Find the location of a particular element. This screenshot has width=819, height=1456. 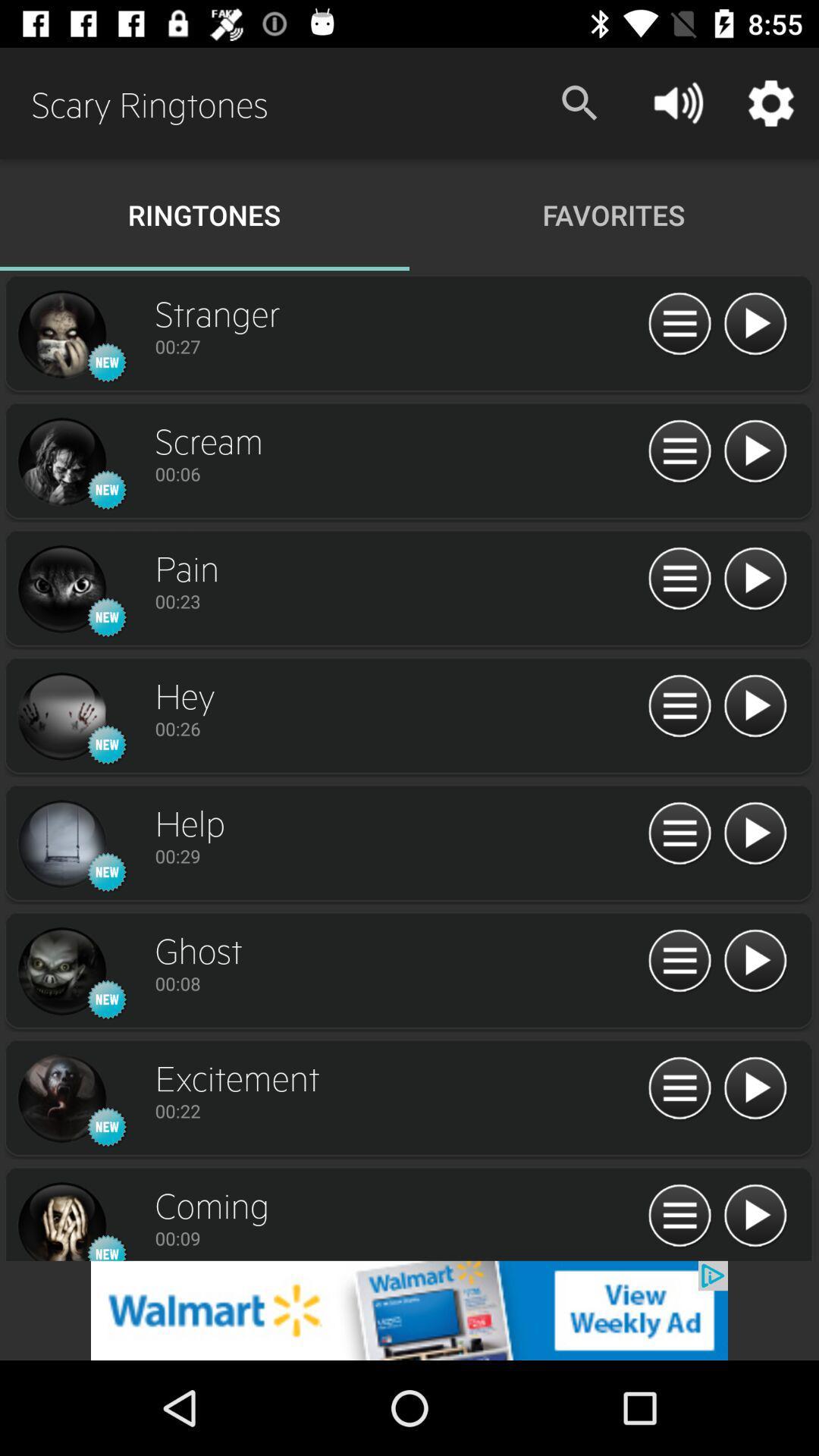

options is located at coordinates (679, 961).